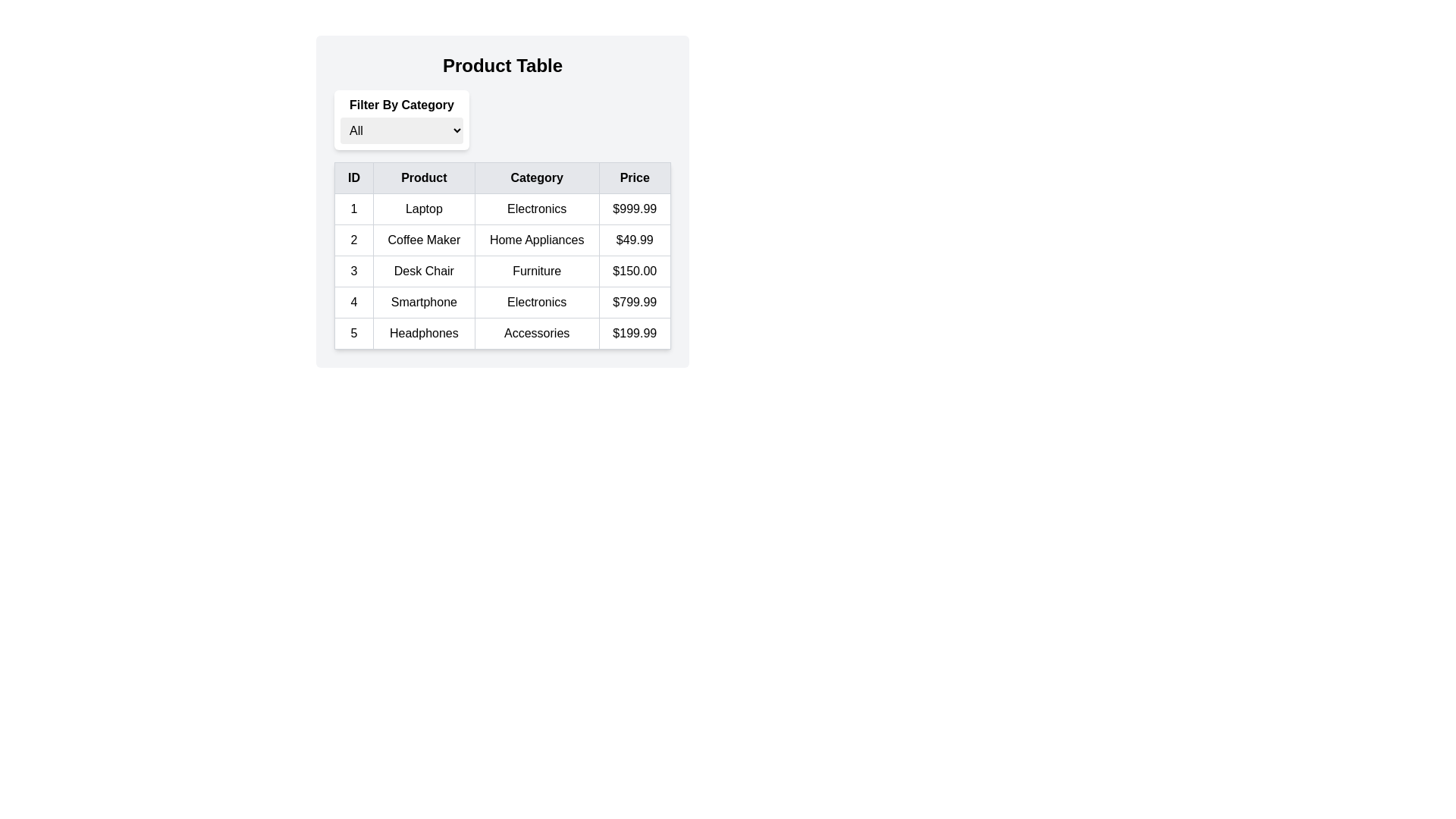 The image size is (1456, 819). I want to click on the category, name, so click(502, 332).